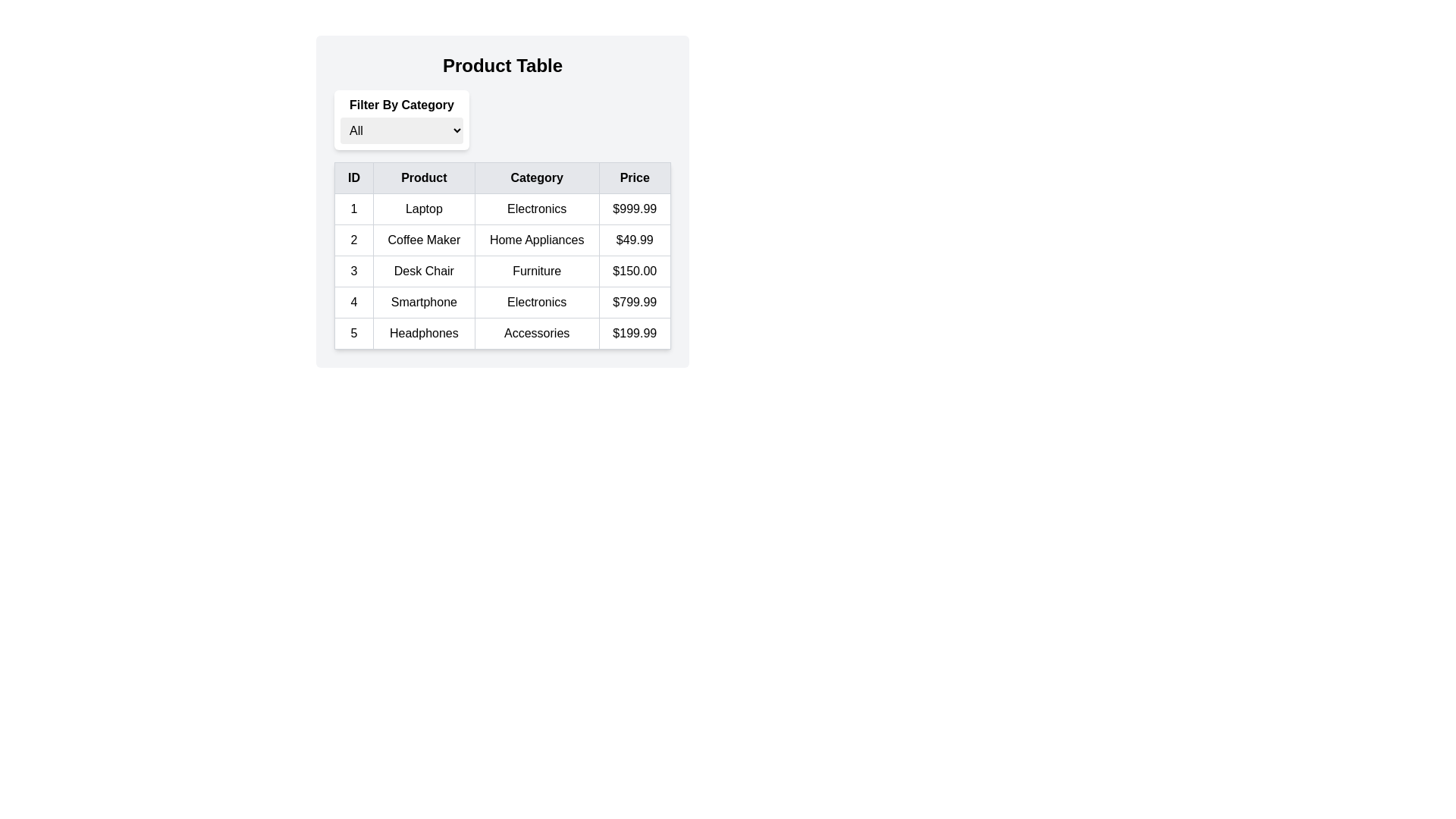 The image size is (1456, 819). I want to click on the category, name, so click(502, 332).